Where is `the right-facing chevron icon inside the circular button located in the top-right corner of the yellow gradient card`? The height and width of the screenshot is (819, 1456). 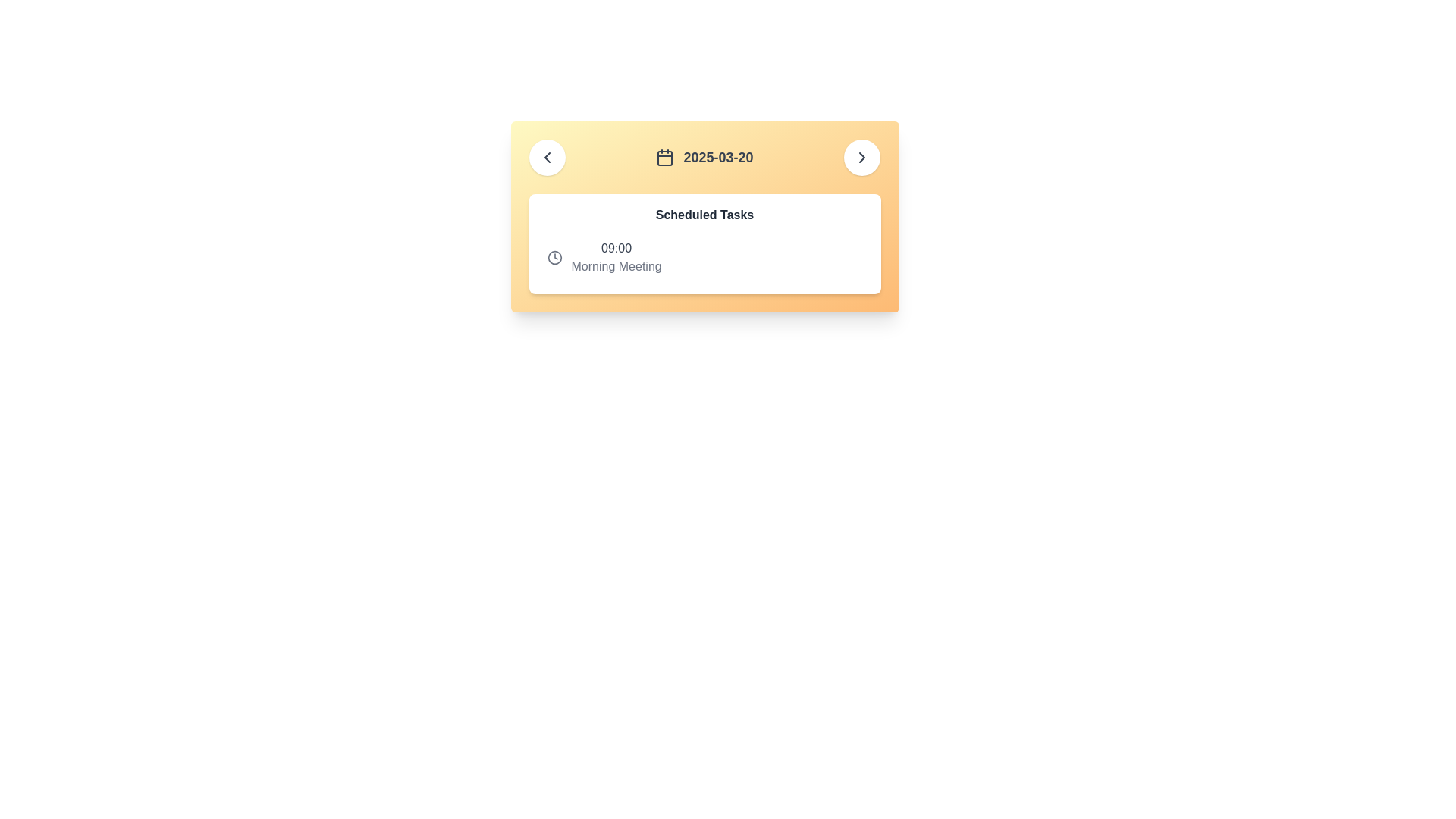 the right-facing chevron icon inside the circular button located in the top-right corner of the yellow gradient card is located at coordinates (862, 158).